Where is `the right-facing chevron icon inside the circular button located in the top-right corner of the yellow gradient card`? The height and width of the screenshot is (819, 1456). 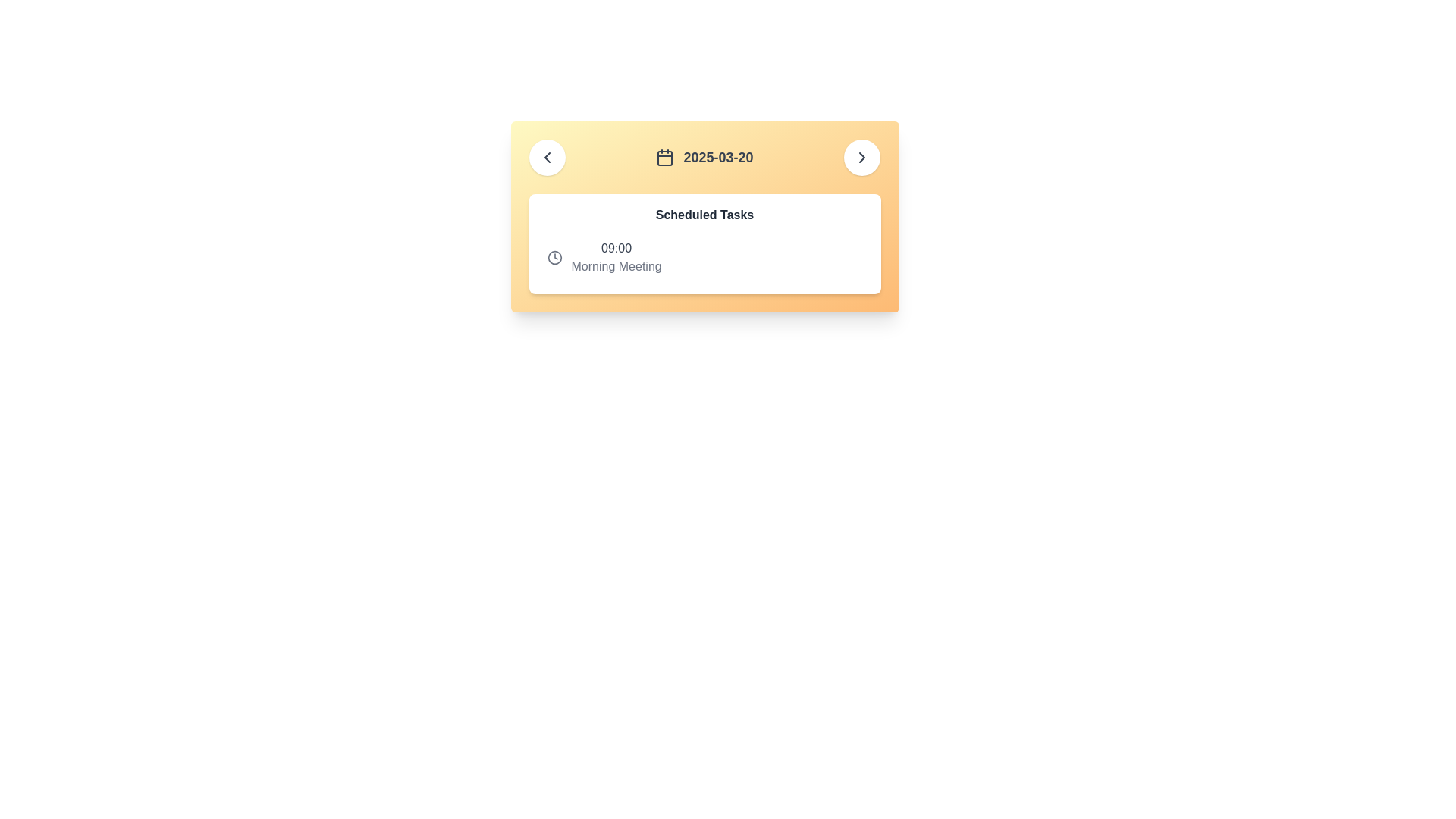 the right-facing chevron icon inside the circular button located in the top-right corner of the yellow gradient card is located at coordinates (862, 158).